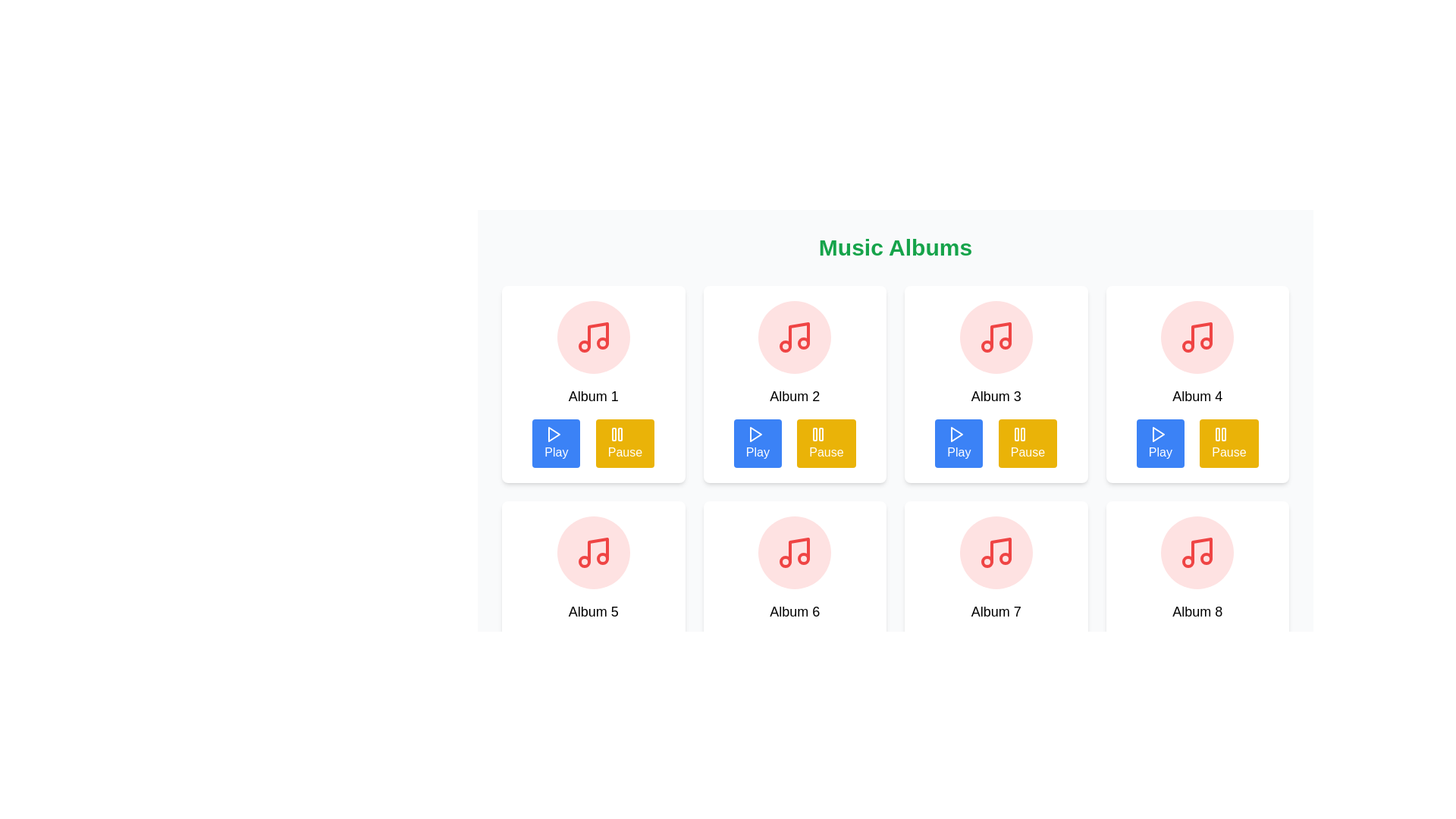 This screenshot has width=1456, height=819. What do you see at coordinates (555, 444) in the screenshot?
I see `the playback button located in the first row, first column of the grid under 'Album 1'` at bounding box center [555, 444].